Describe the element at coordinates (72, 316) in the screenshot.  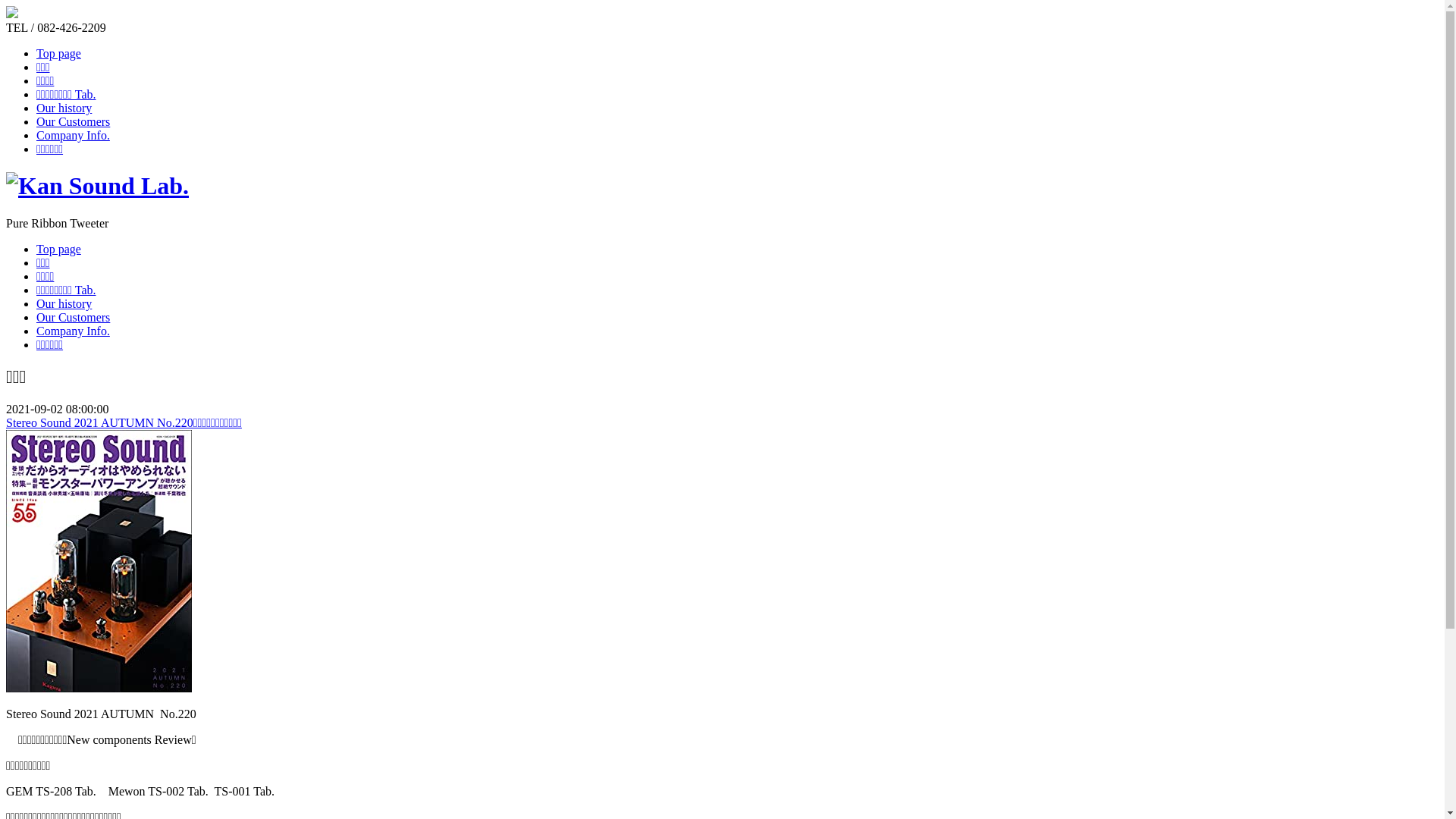
I see `'Our Customers'` at that location.